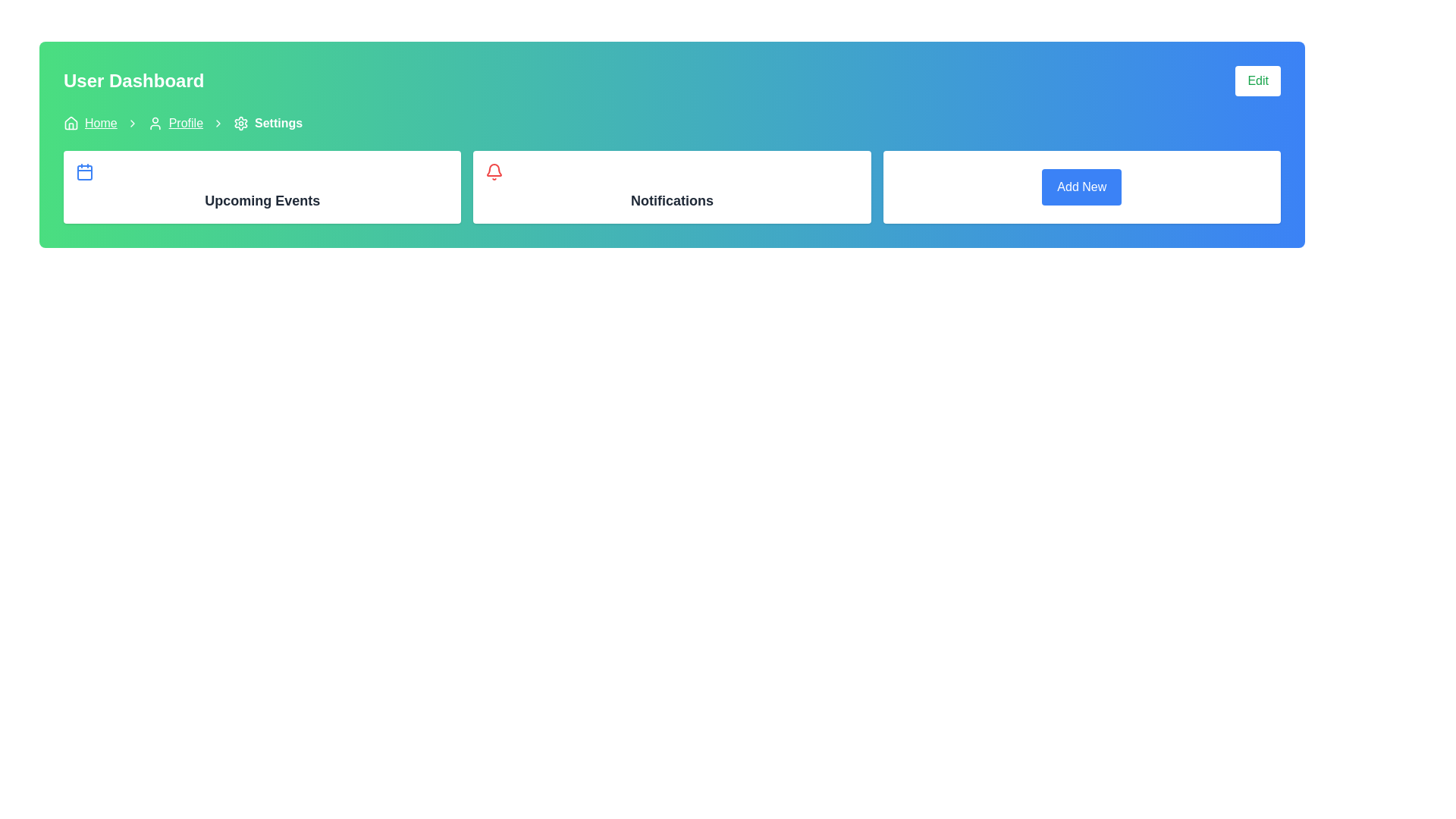 Image resolution: width=1456 pixels, height=819 pixels. What do you see at coordinates (218, 122) in the screenshot?
I see `the second chevron-shaped icon in the breadcrumb navigation, positioned between 'Profile' and 'Settings'` at bounding box center [218, 122].